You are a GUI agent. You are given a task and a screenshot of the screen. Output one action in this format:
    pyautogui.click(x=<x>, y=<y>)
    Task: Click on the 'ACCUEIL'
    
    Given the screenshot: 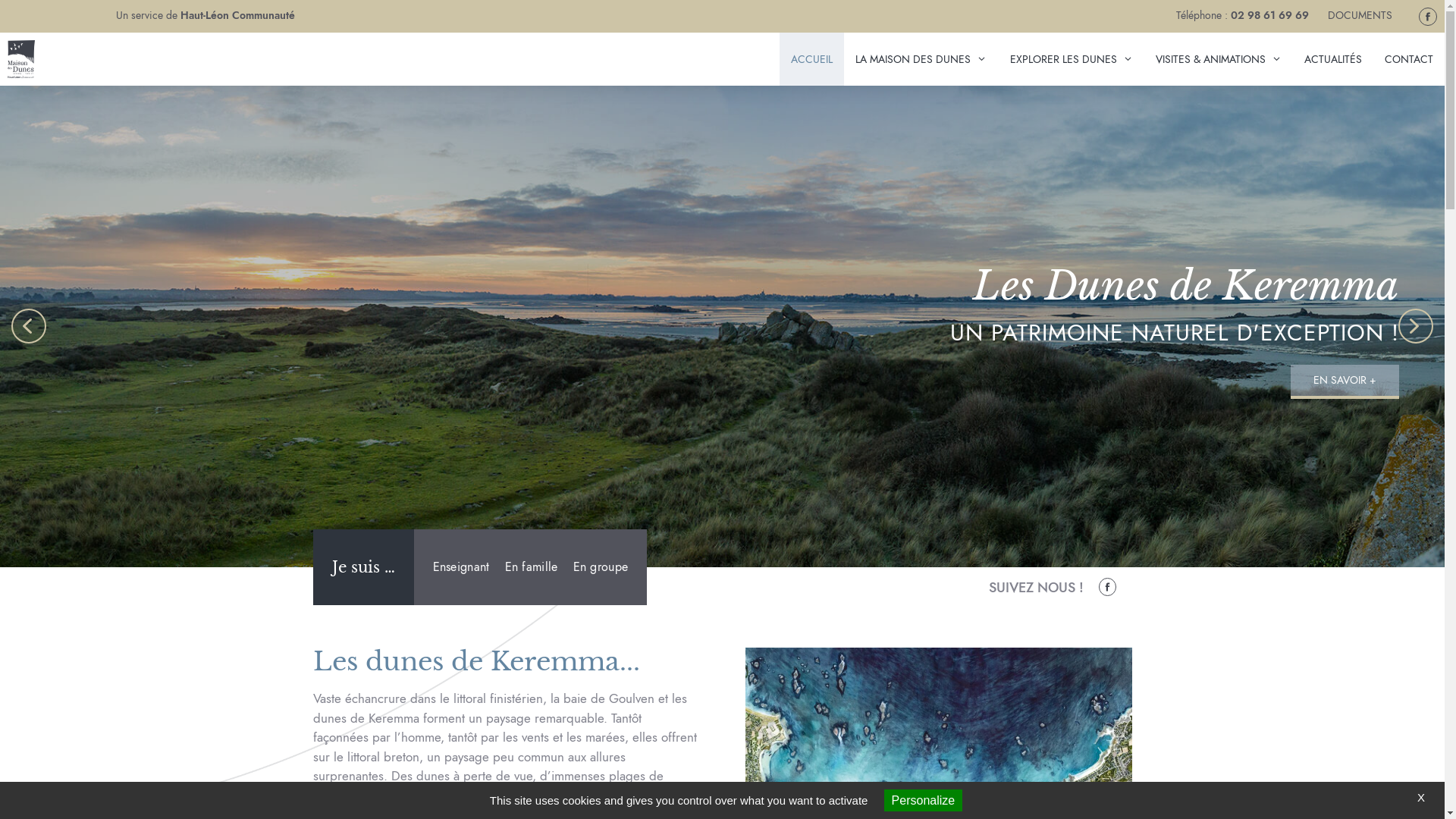 What is the action you would take?
    pyautogui.click(x=779, y=58)
    